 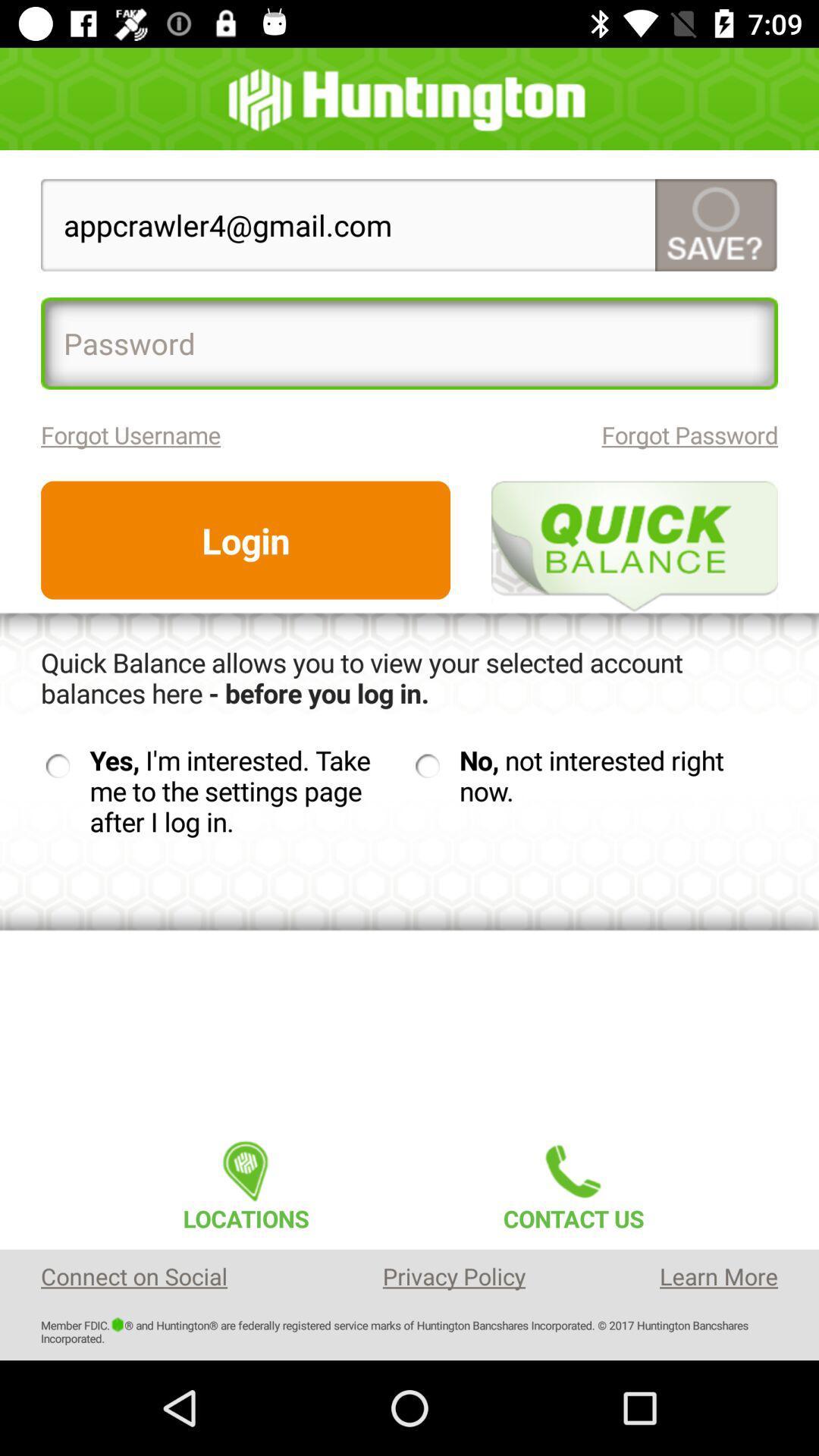 What do you see at coordinates (573, 1181) in the screenshot?
I see `icon below the no not interested icon` at bounding box center [573, 1181].